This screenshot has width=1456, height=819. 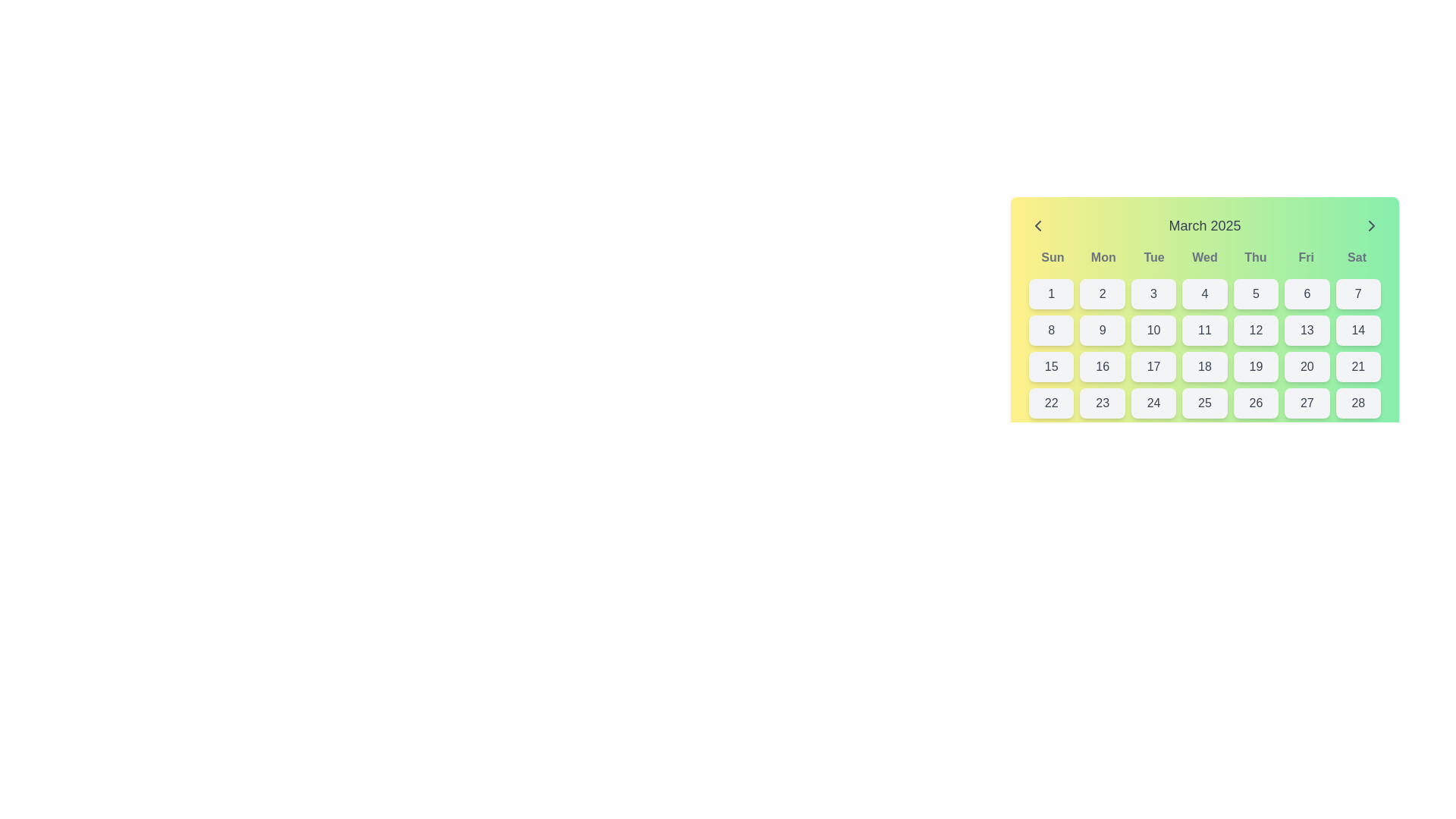 What do you see at coordinates (1153, 256) in the screenshot?
I see `the Static Text Label displaying 'Tue' in dark gray, which is the third item in the calendar header row` at bounding box center [1153, 256].